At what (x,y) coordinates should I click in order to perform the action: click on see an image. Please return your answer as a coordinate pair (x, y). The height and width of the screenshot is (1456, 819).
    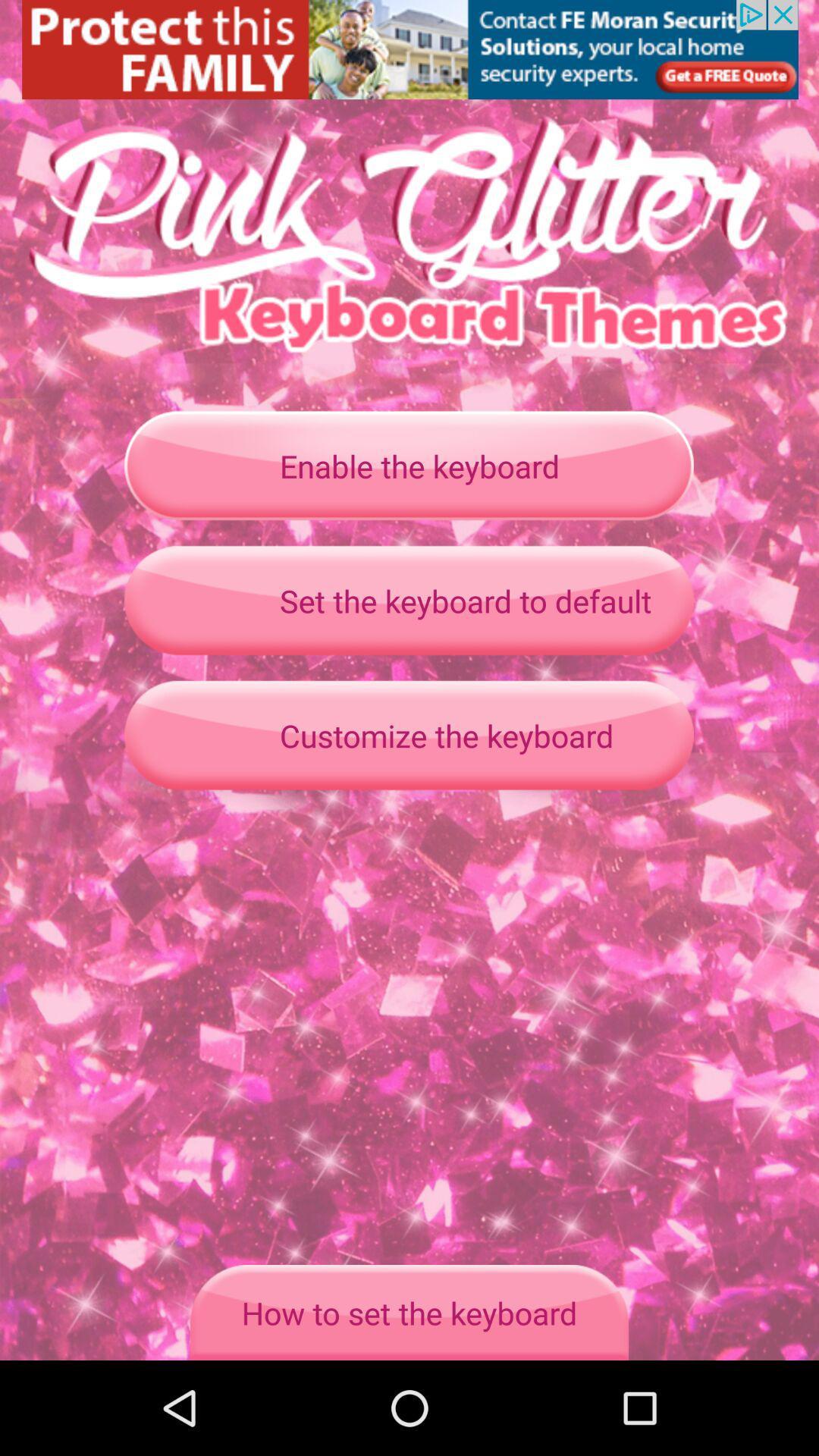
    Looking at the image, I should click on (409, 49).